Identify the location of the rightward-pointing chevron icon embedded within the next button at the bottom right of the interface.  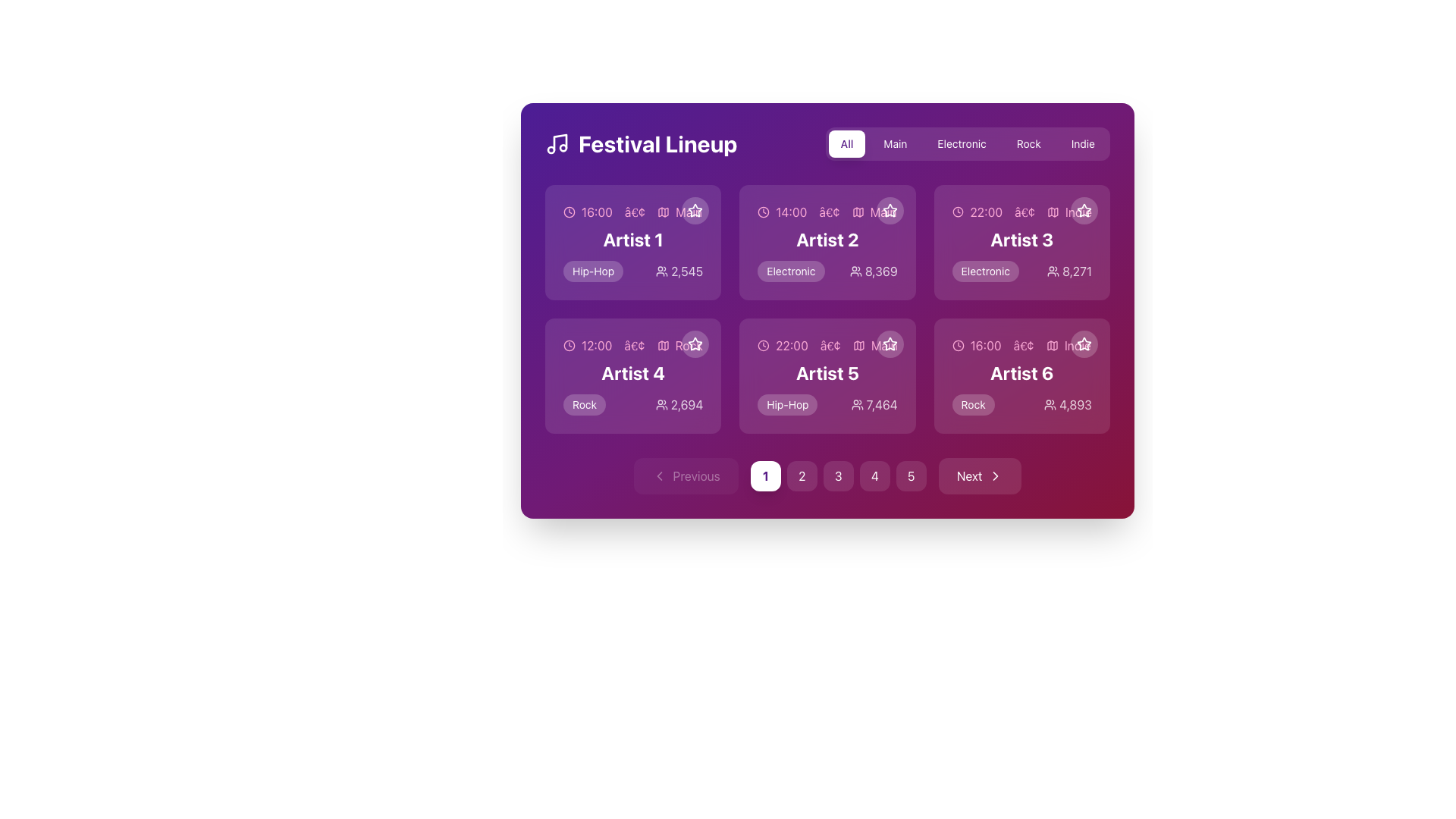
(996, 475).